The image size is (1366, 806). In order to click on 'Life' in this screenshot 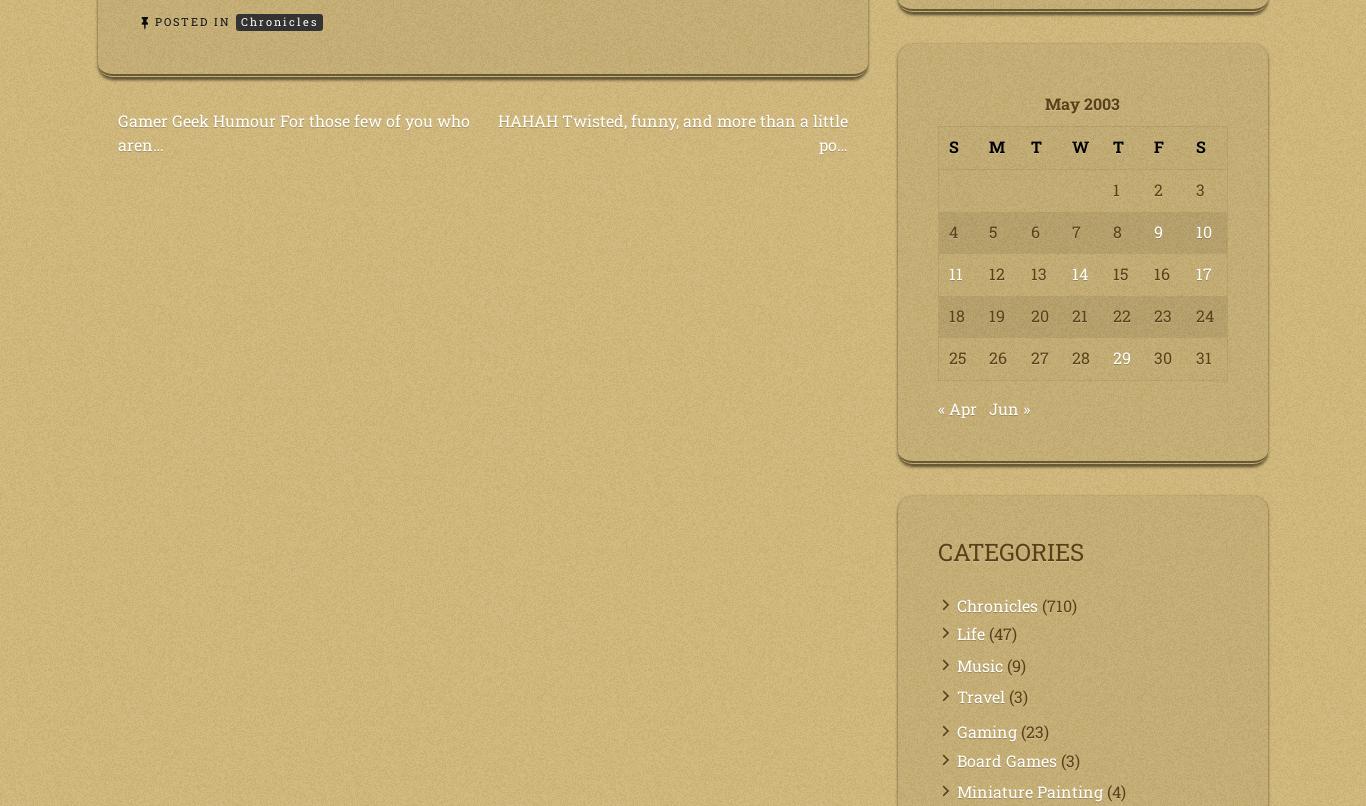, I will do `click(970, 632)`.